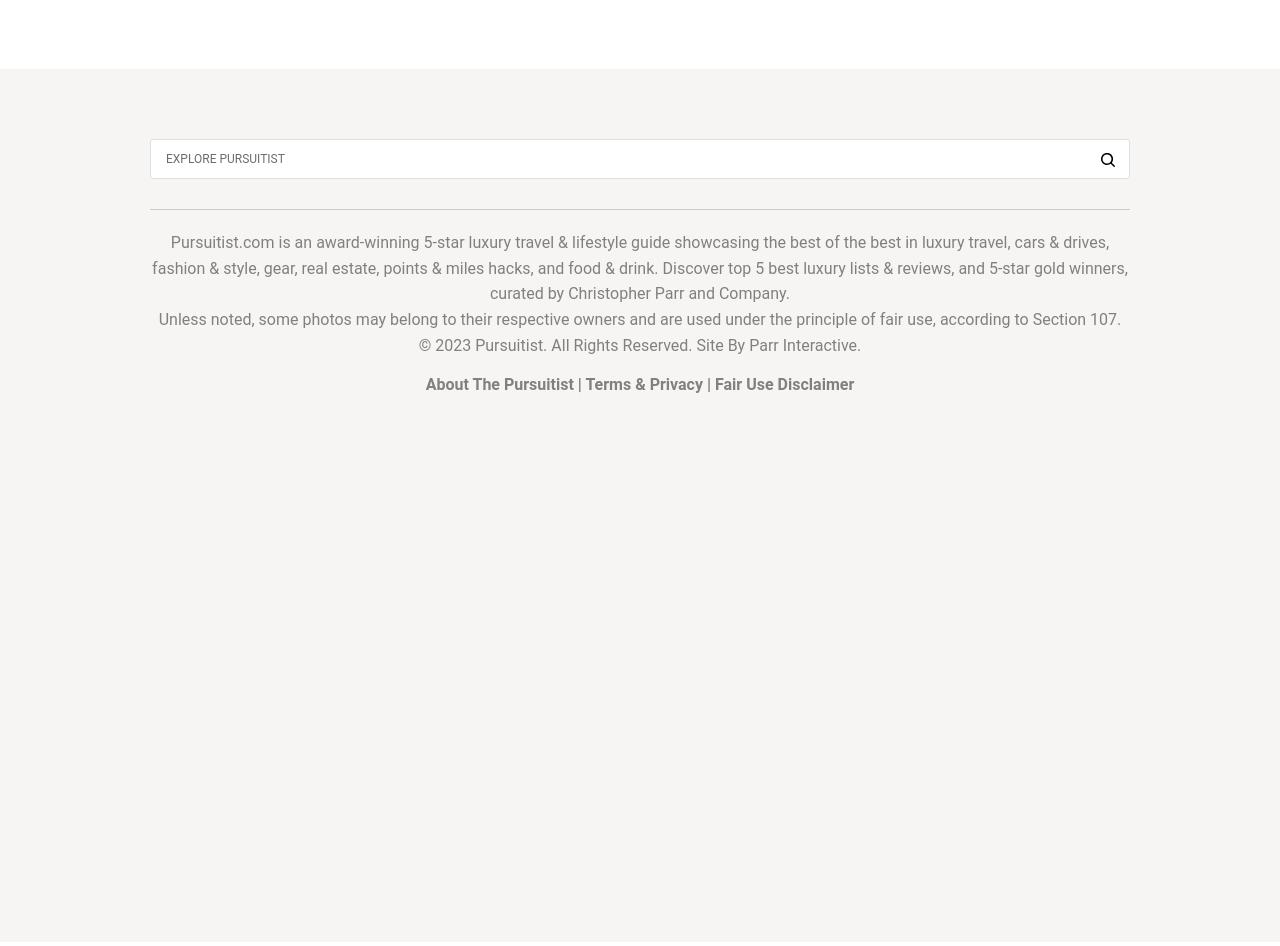  I want to click on 'Parr Interactive', so click(802, 344).